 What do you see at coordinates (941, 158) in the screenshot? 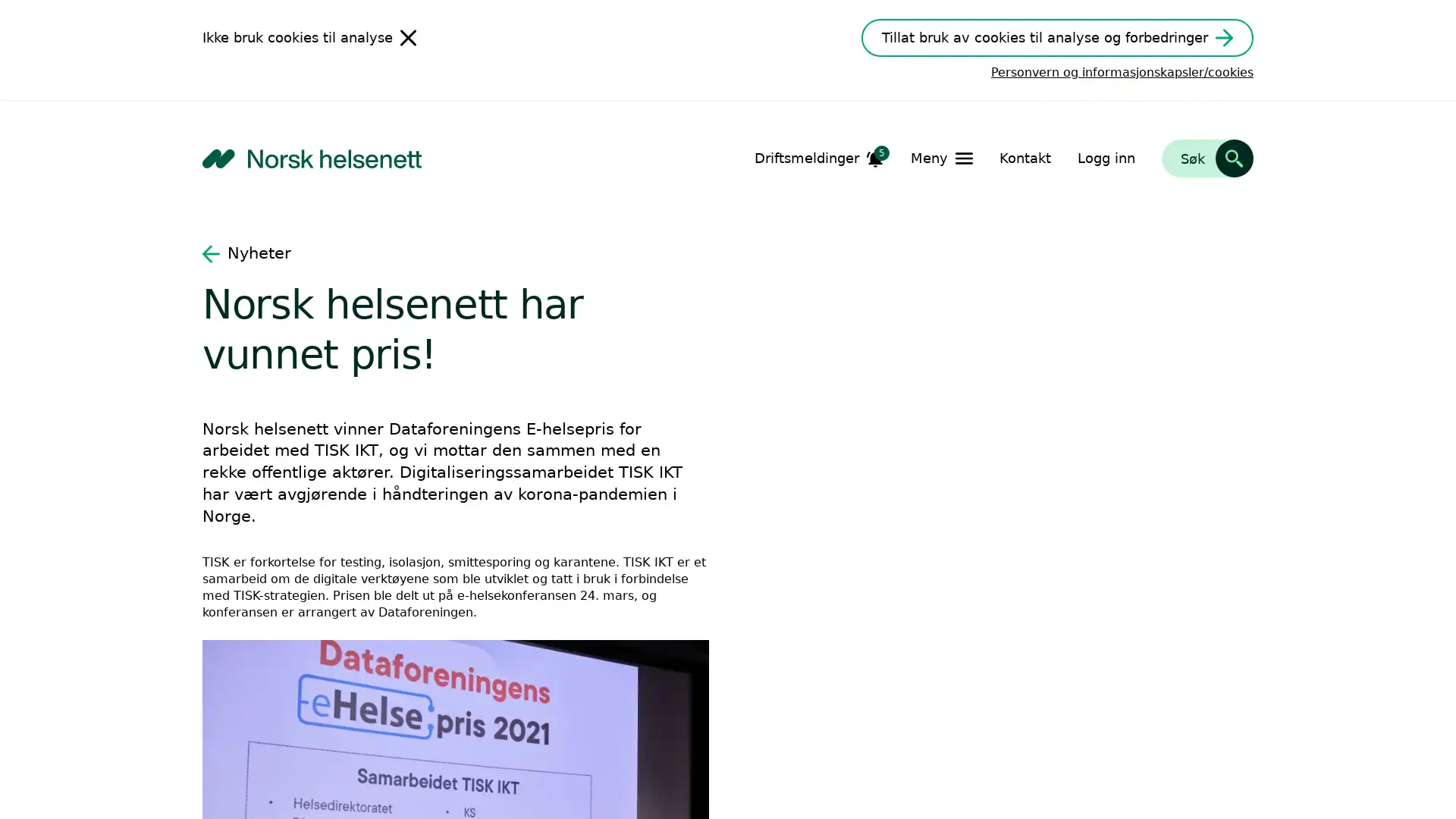
I see `Apne Meny` at bounding box center [941, 158].